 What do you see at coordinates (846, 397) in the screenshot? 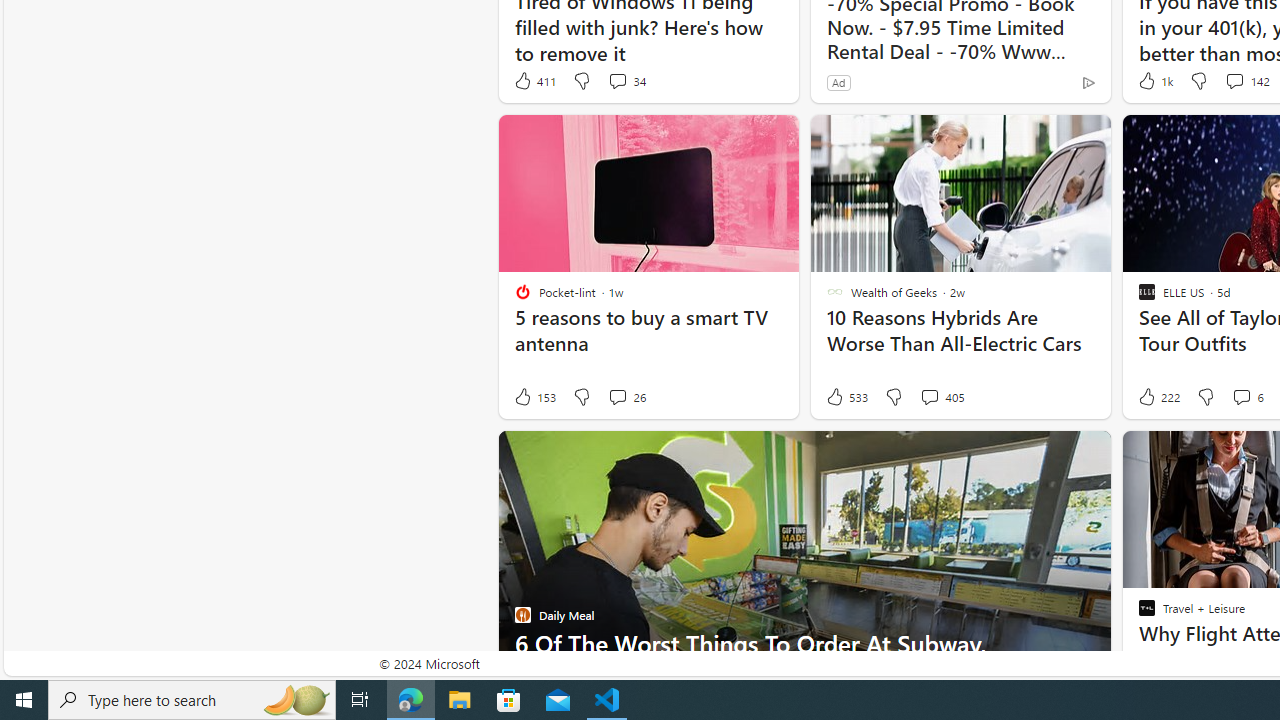
I see `'533 Like'` at bounding box center [846, 397].